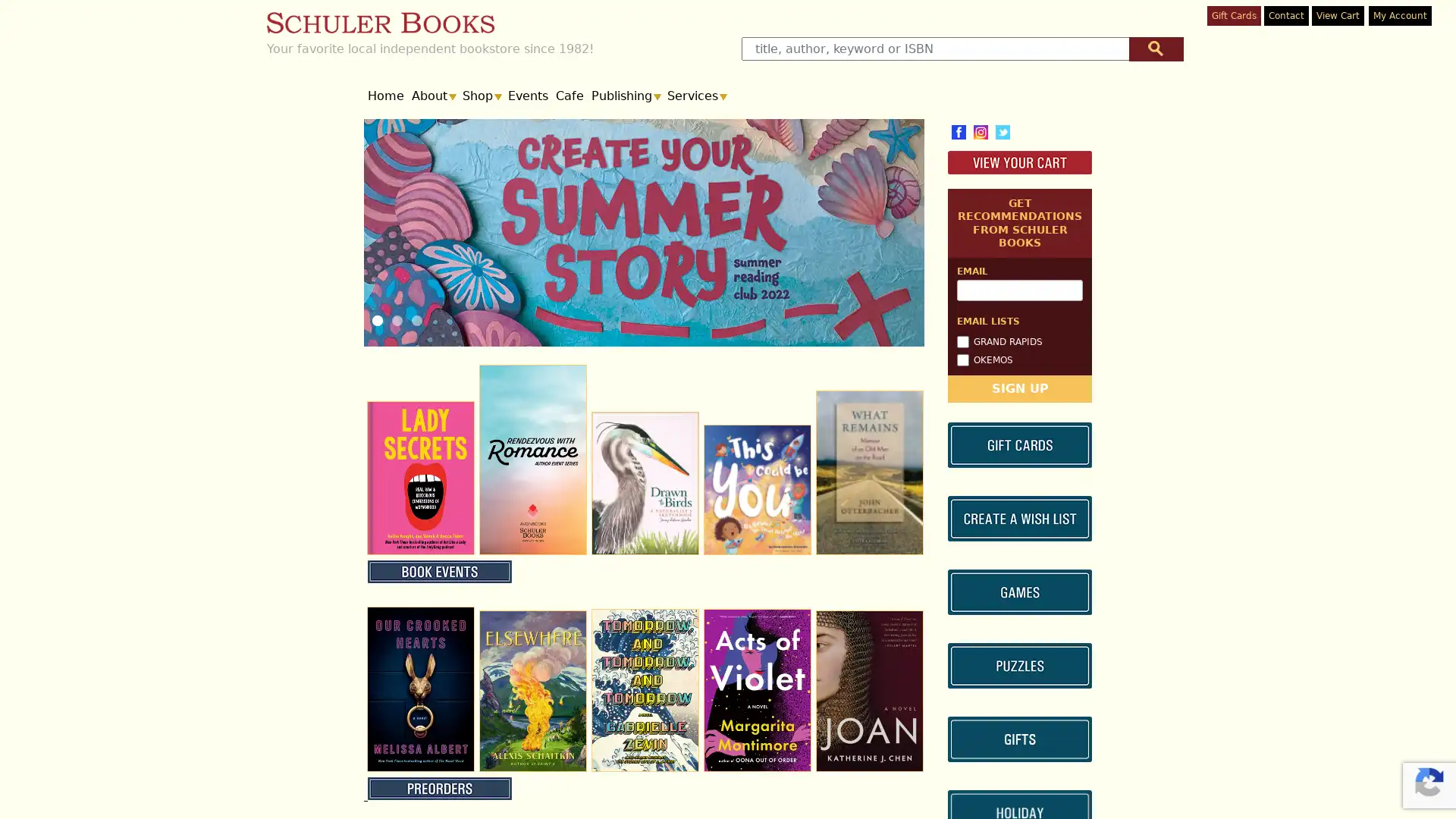 The image size is (1456, 819). Describe the element at coordinates (1154, 48) in the screenshot. I see `Search` at that location.